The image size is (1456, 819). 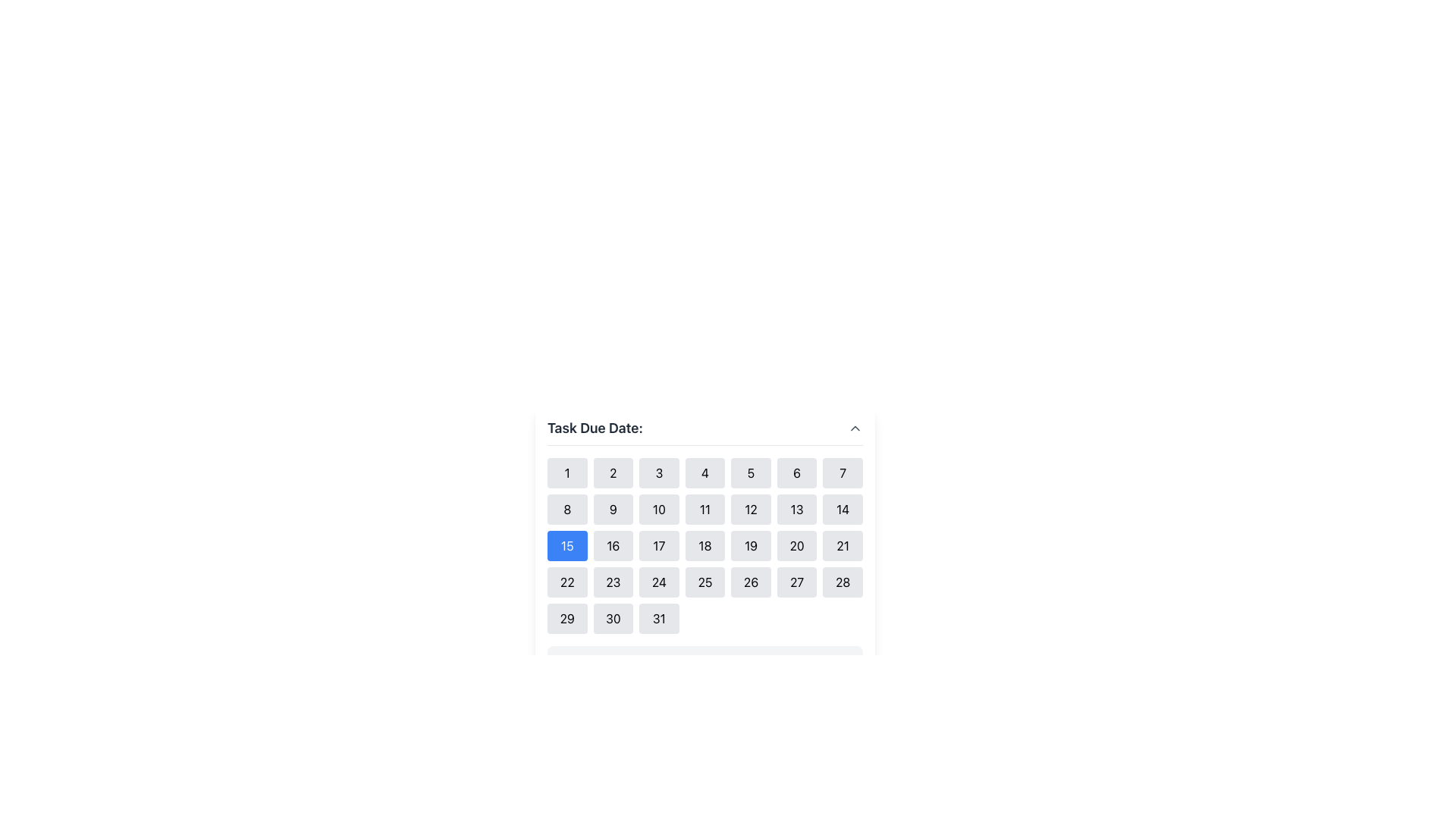 What do you see at coordinates (751, 472) in the screenshot?
I see `the button labeled '5' with a light gray background and black text` at bounding box center [751, 472].